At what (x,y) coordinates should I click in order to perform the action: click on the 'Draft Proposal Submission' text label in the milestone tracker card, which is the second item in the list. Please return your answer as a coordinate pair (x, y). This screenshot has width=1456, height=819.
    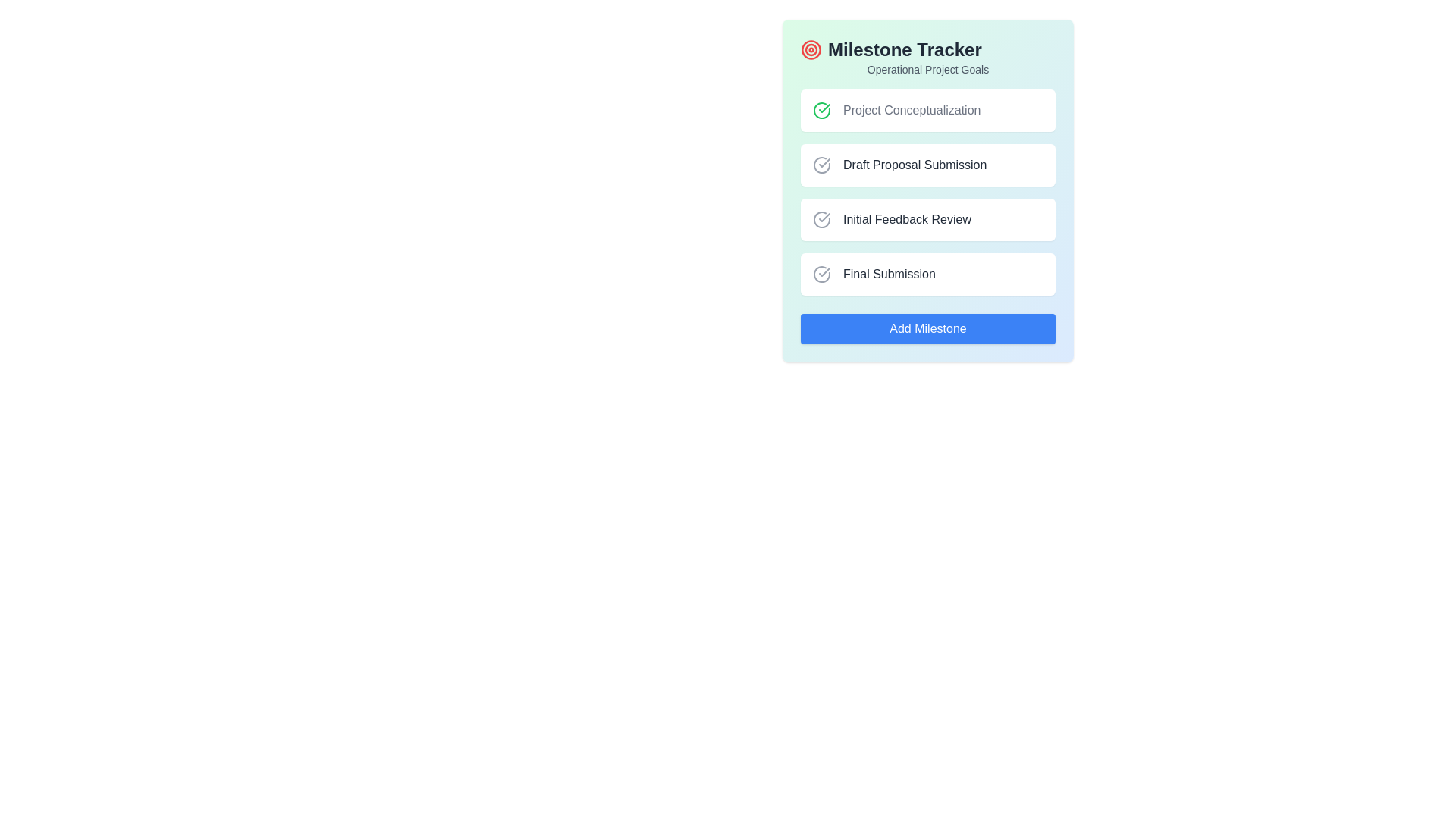
    Looking at the image, I should click on (914, 165).